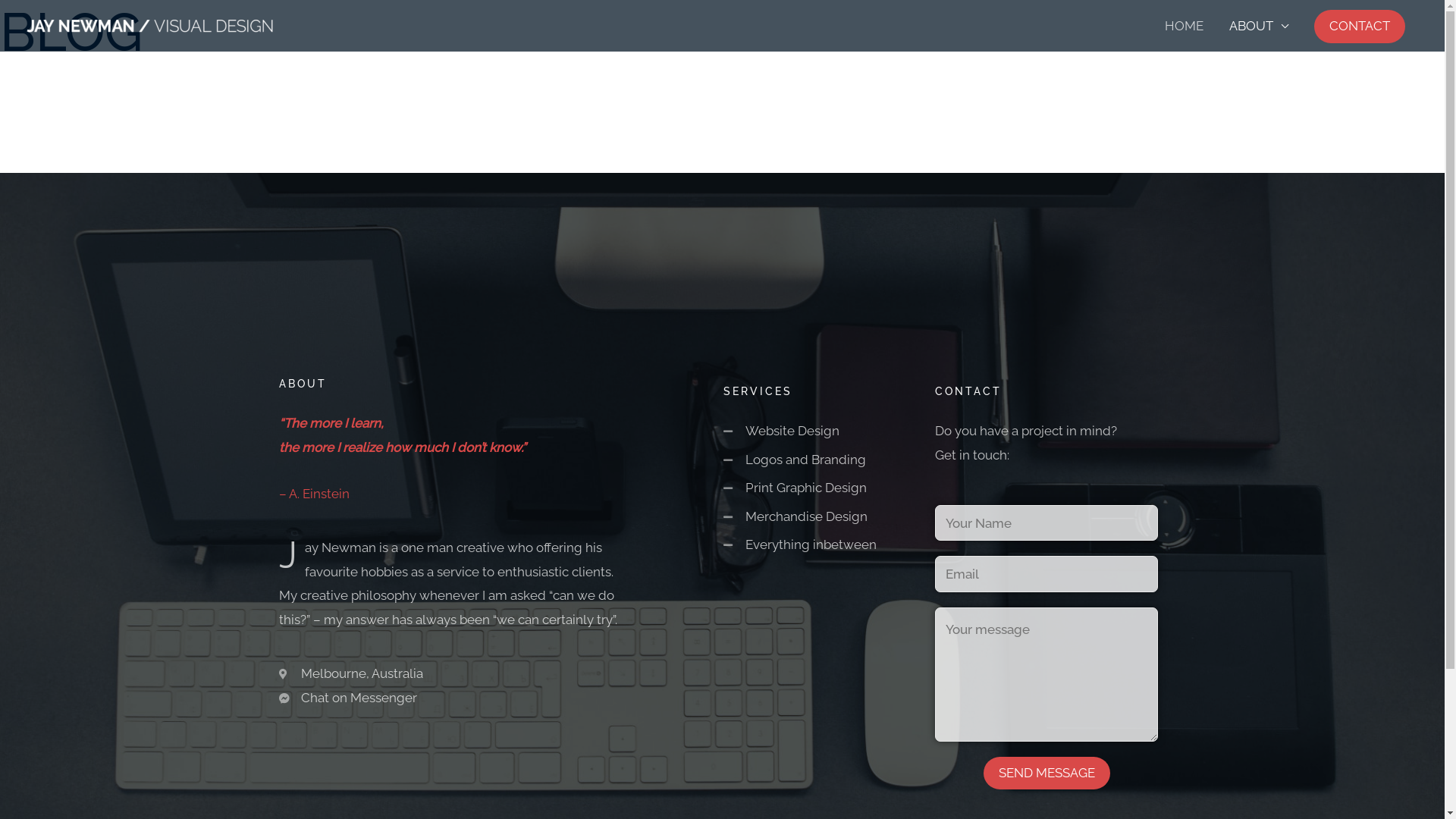 Image resolution: width=1456 pixels, height=819 pixels. Describe the element at coordinates (1183, 26) in the screenshot. I see `'HOME'` at that location.